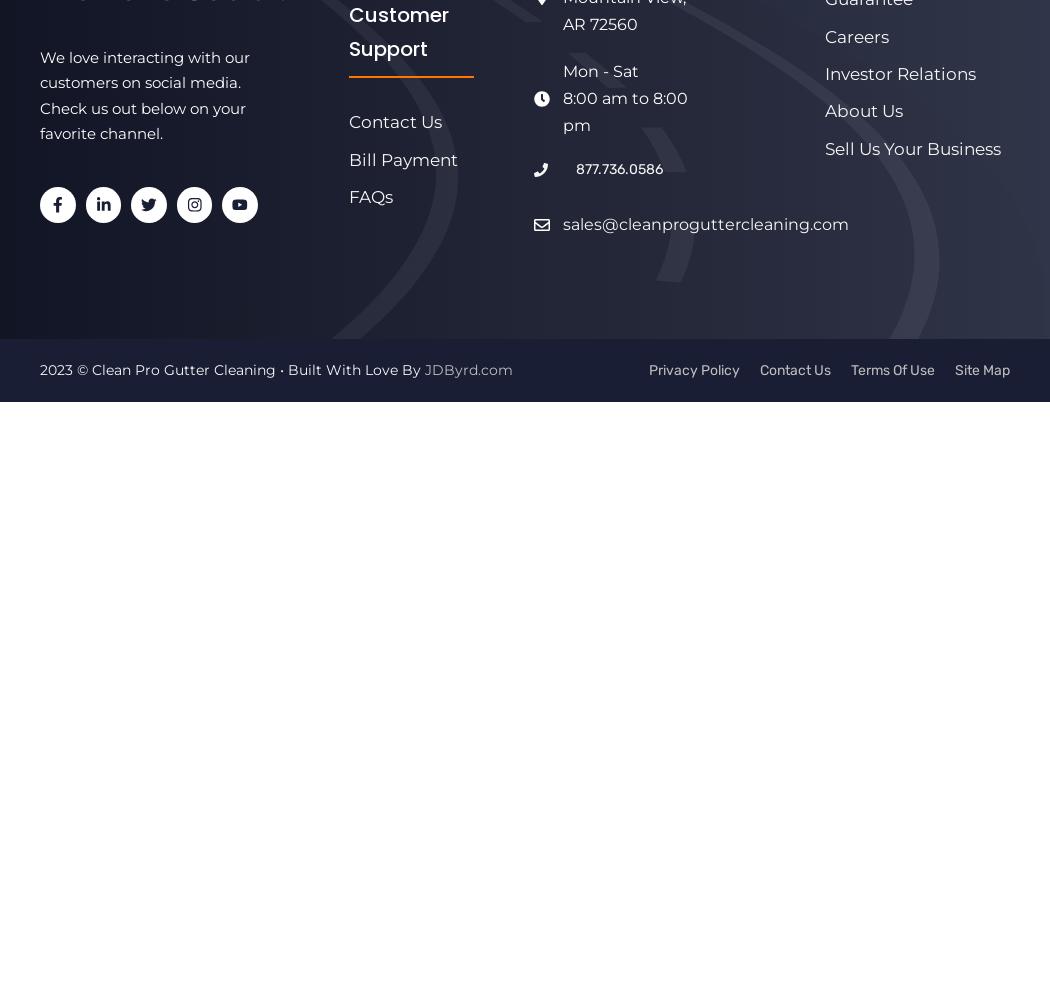  What do you see at coordinates (39, 94) in the screenshot?
I see `'We love interacting with our customers on social media. Check us out below on your favorite channel.'` at bounding box center [39, 94].